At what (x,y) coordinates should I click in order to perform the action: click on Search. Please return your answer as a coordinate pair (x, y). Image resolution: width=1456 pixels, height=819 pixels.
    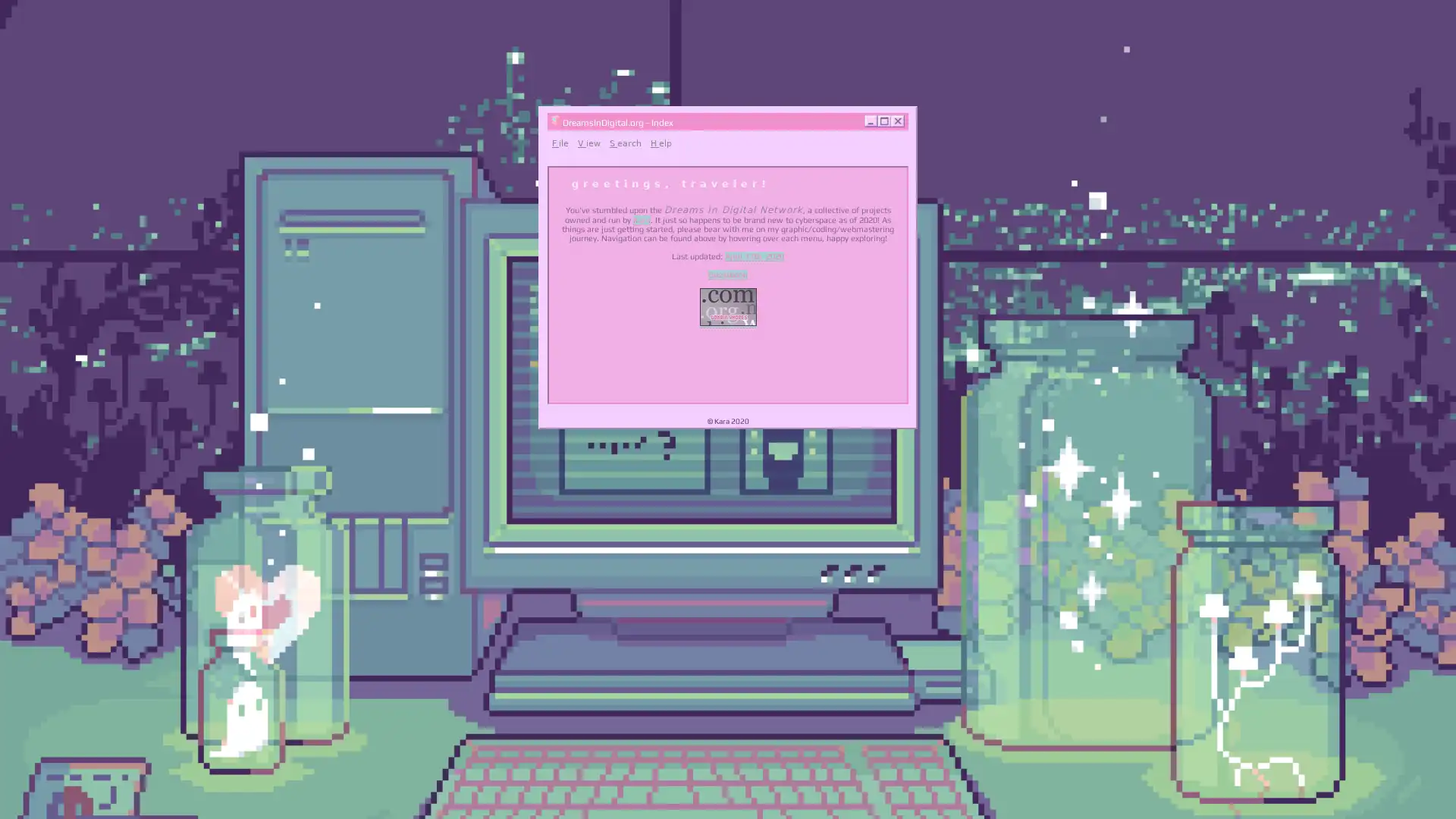
    Looking at the image, I should click on (626, 143).